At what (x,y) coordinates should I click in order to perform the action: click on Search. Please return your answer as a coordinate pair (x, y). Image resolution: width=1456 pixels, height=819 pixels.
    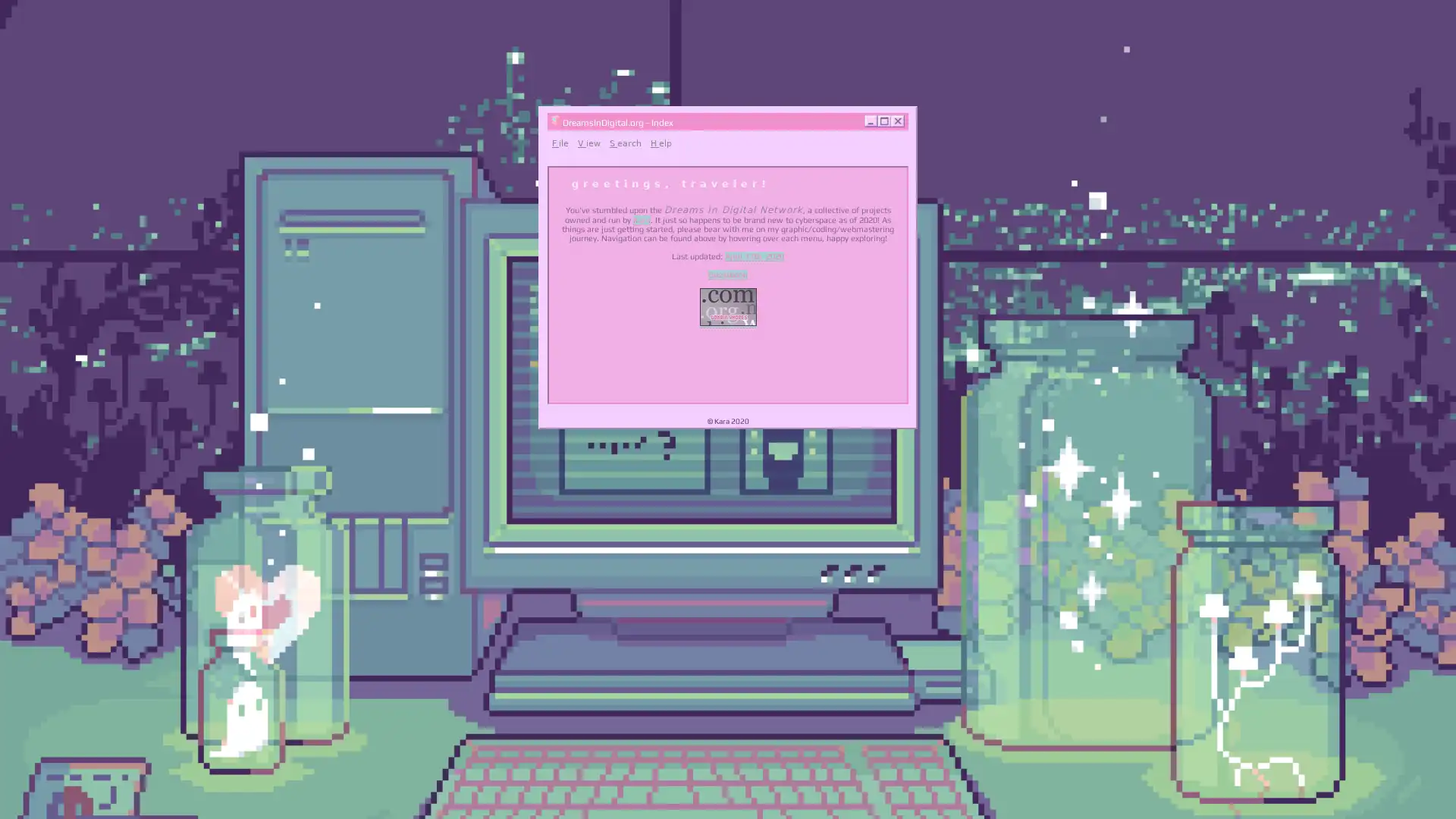
    Looking at the image, I should click on (626, 143).